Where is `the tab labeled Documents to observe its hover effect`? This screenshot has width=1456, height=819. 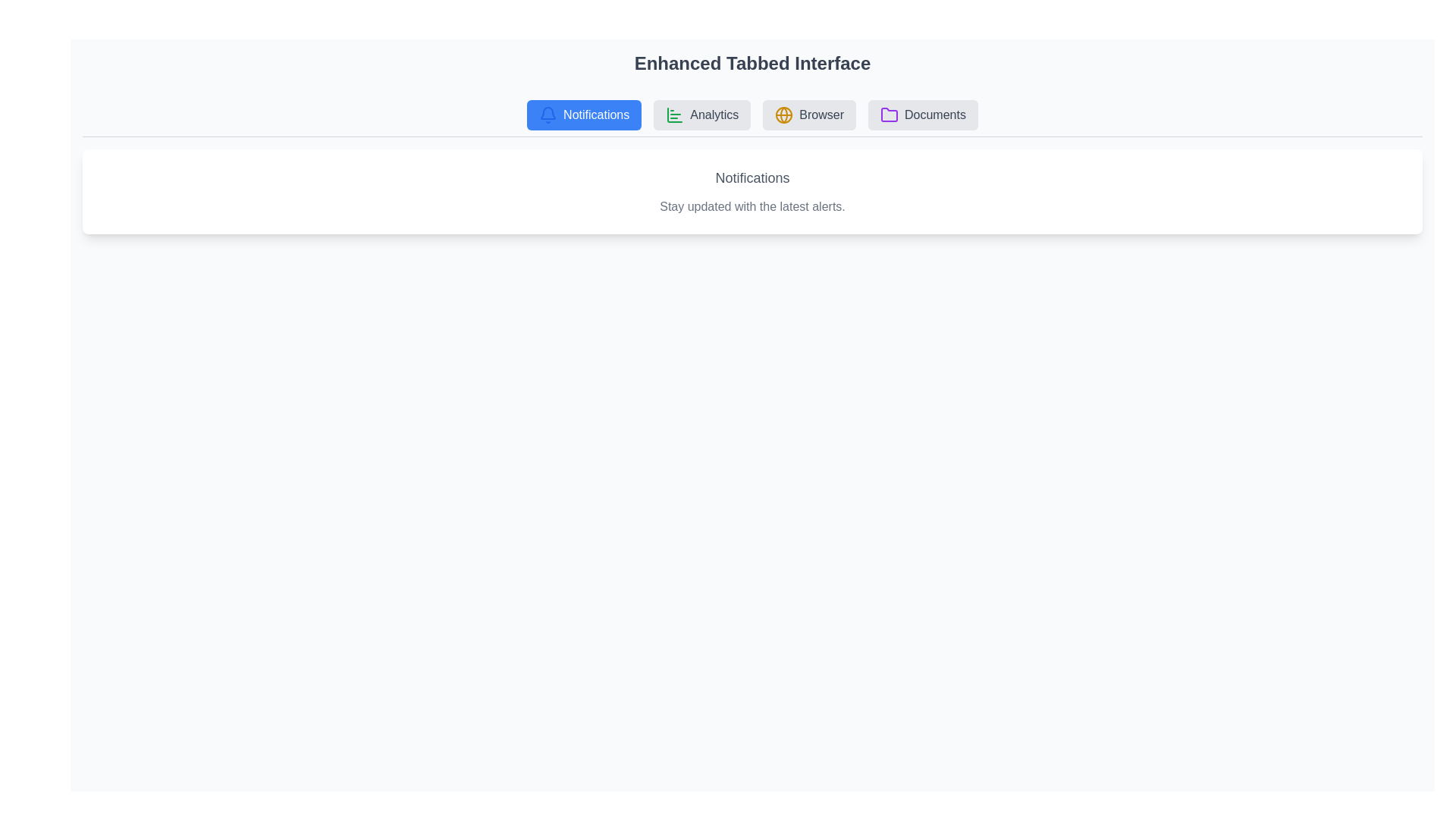 the tab labeled Documents to observe its hover effect is located at coordinates (922, 114).